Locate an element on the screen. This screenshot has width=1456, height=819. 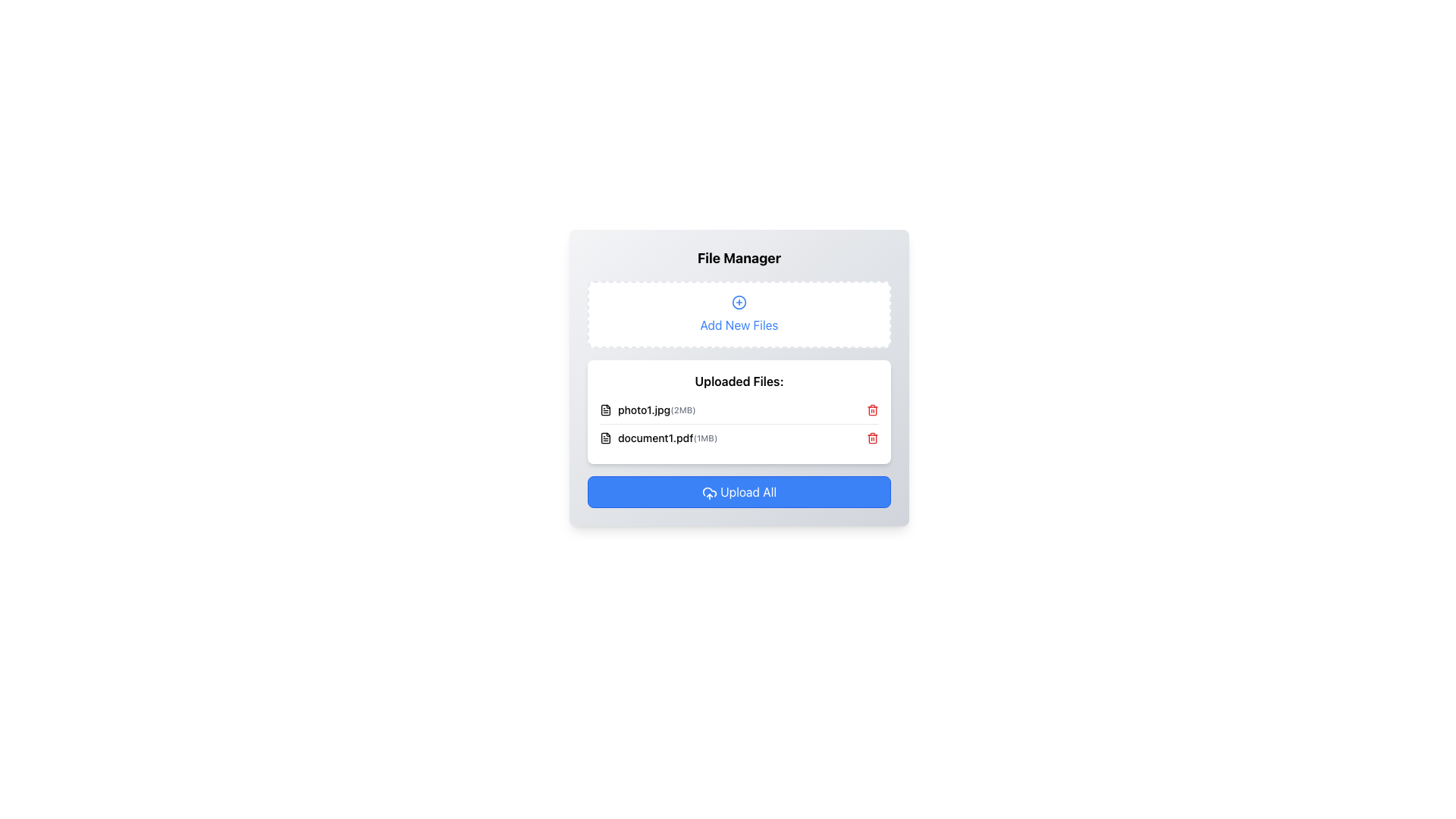
the delete button located in the second row of the 'Uploaded Files' list, adjacent to the file named 'document1.pdf' is located at coordinates (873, 438).